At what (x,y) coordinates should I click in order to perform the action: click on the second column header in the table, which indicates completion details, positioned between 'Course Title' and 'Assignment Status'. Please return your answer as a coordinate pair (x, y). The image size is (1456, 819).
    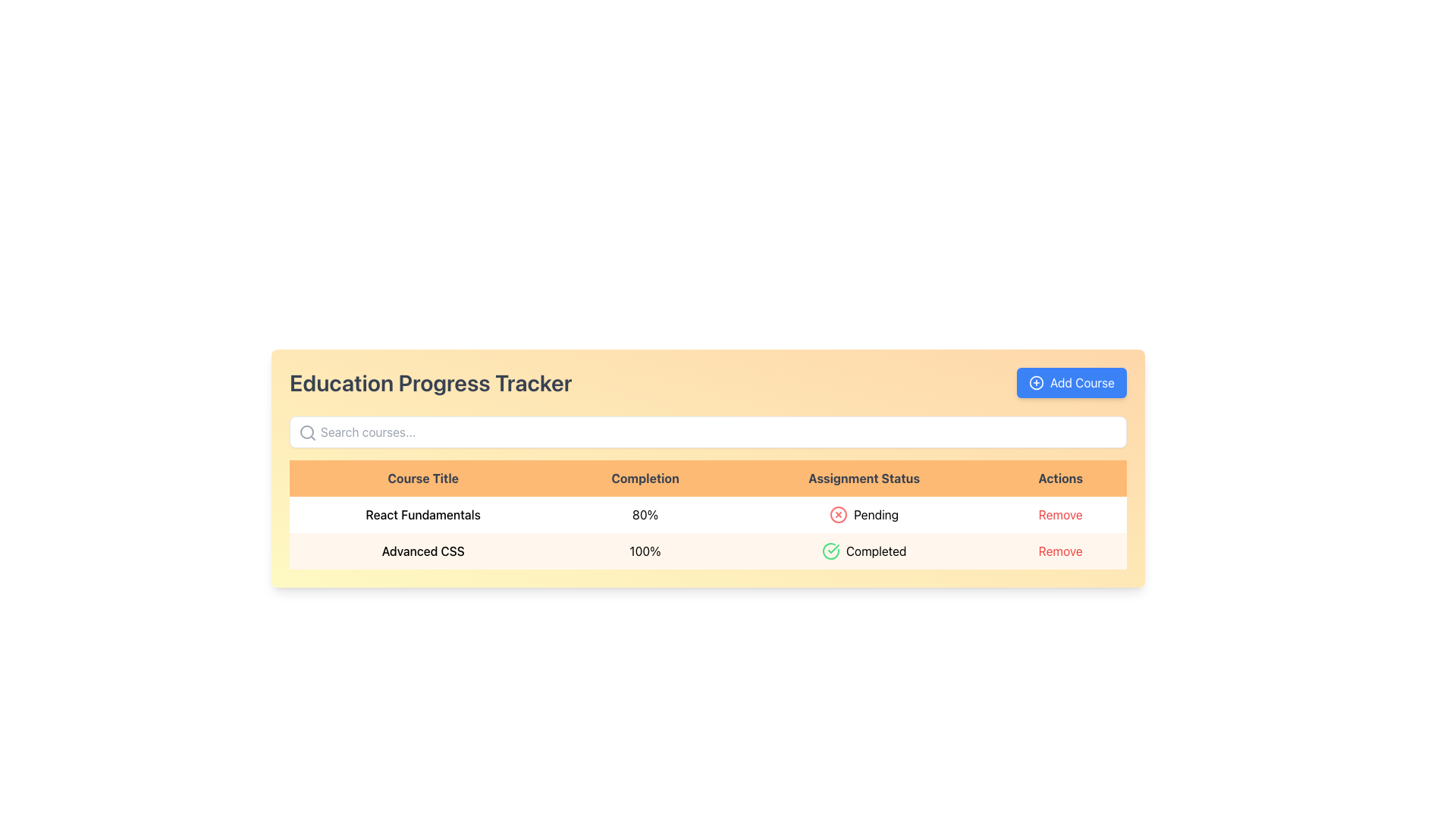
    Looking at the image, I should click on (645, 479).